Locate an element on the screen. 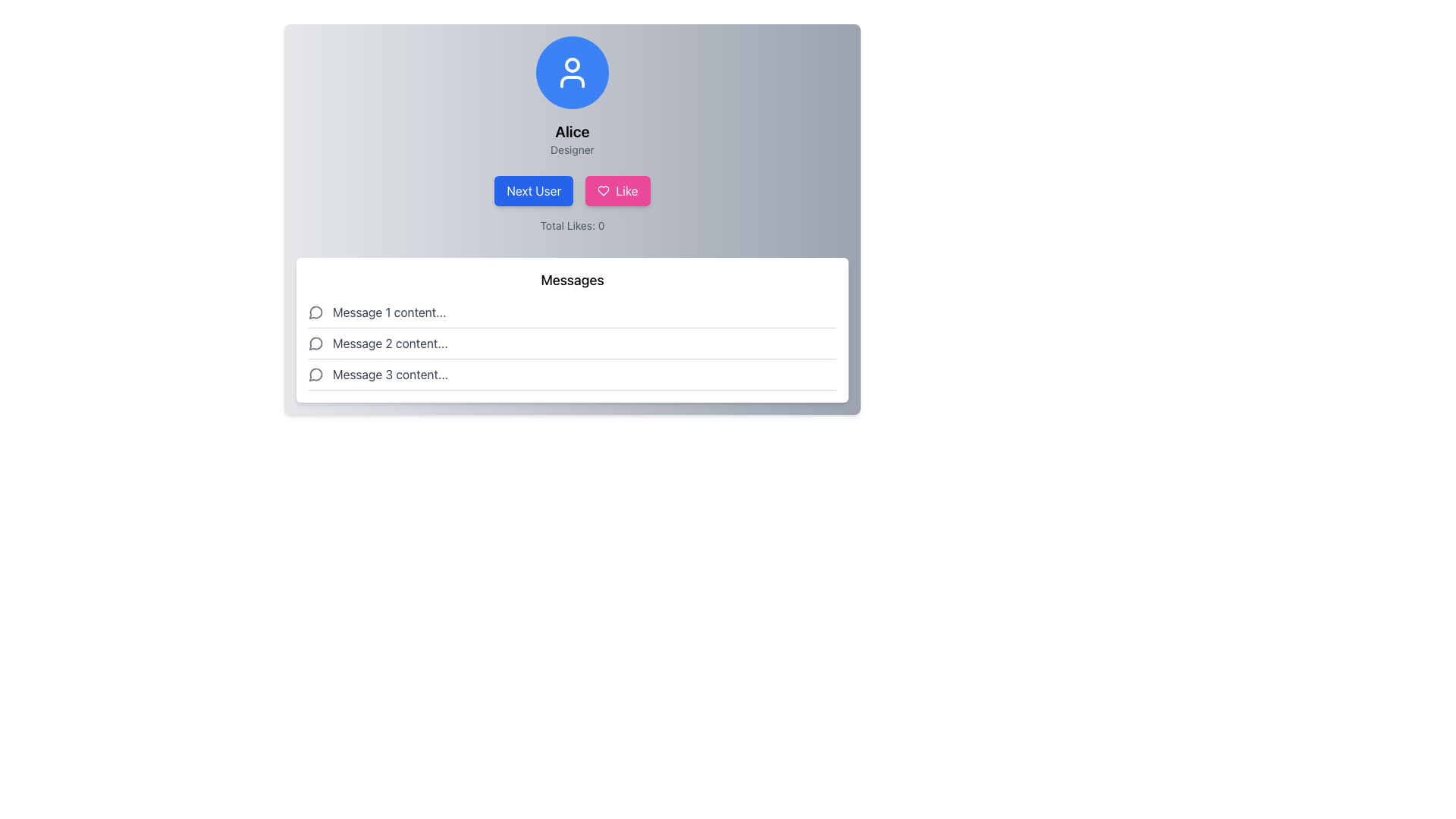 The image size is (1456, 819). the message icon positioned to the far left within the 'Message 3 content...' row of the vertically stacked list of messages is located at coordinates (315, 374).